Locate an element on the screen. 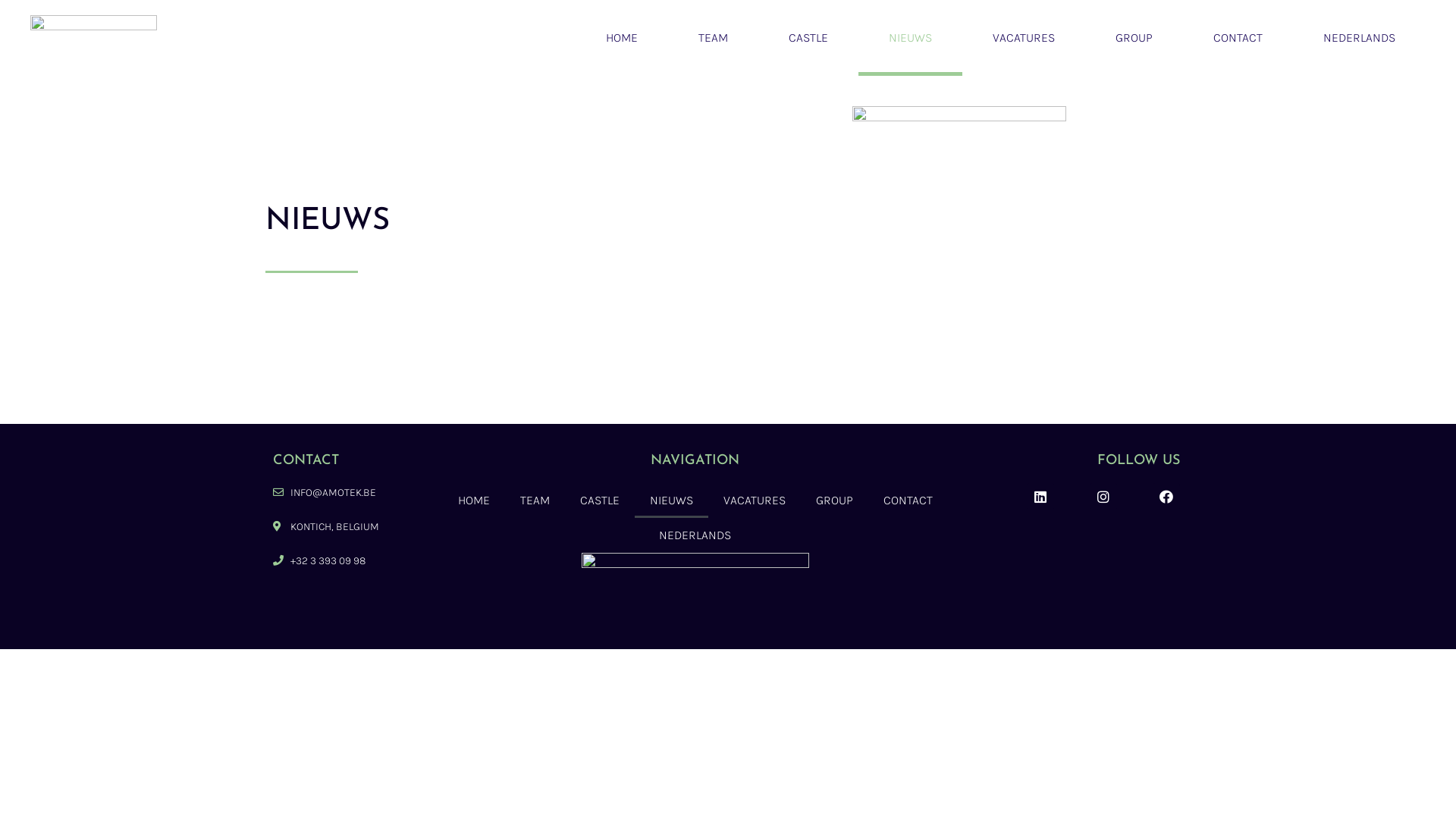 The width and height of the screenshot is (1456, 819). 'CONTACT' is located at coordinates (908, 500).